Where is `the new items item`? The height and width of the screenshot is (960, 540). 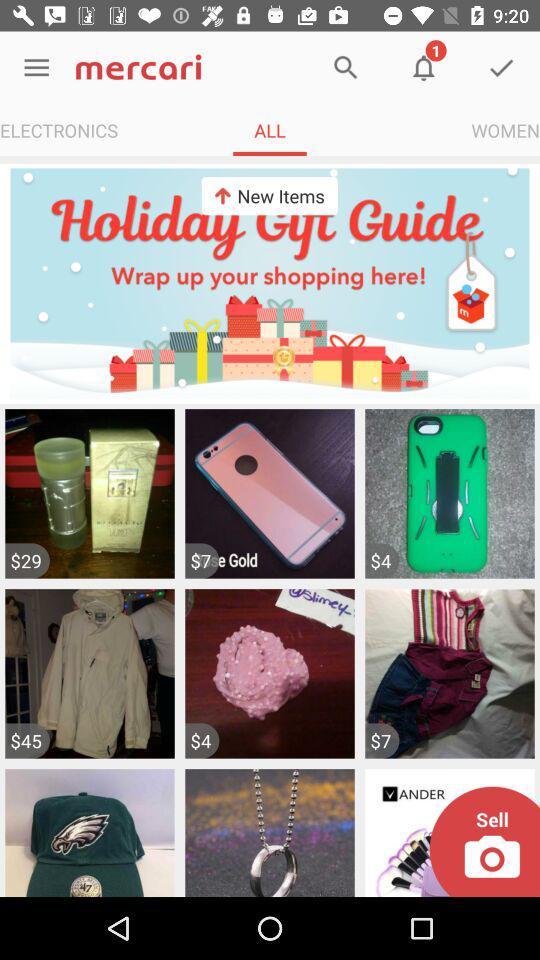
the new items item is located at coordinates (269, 196).